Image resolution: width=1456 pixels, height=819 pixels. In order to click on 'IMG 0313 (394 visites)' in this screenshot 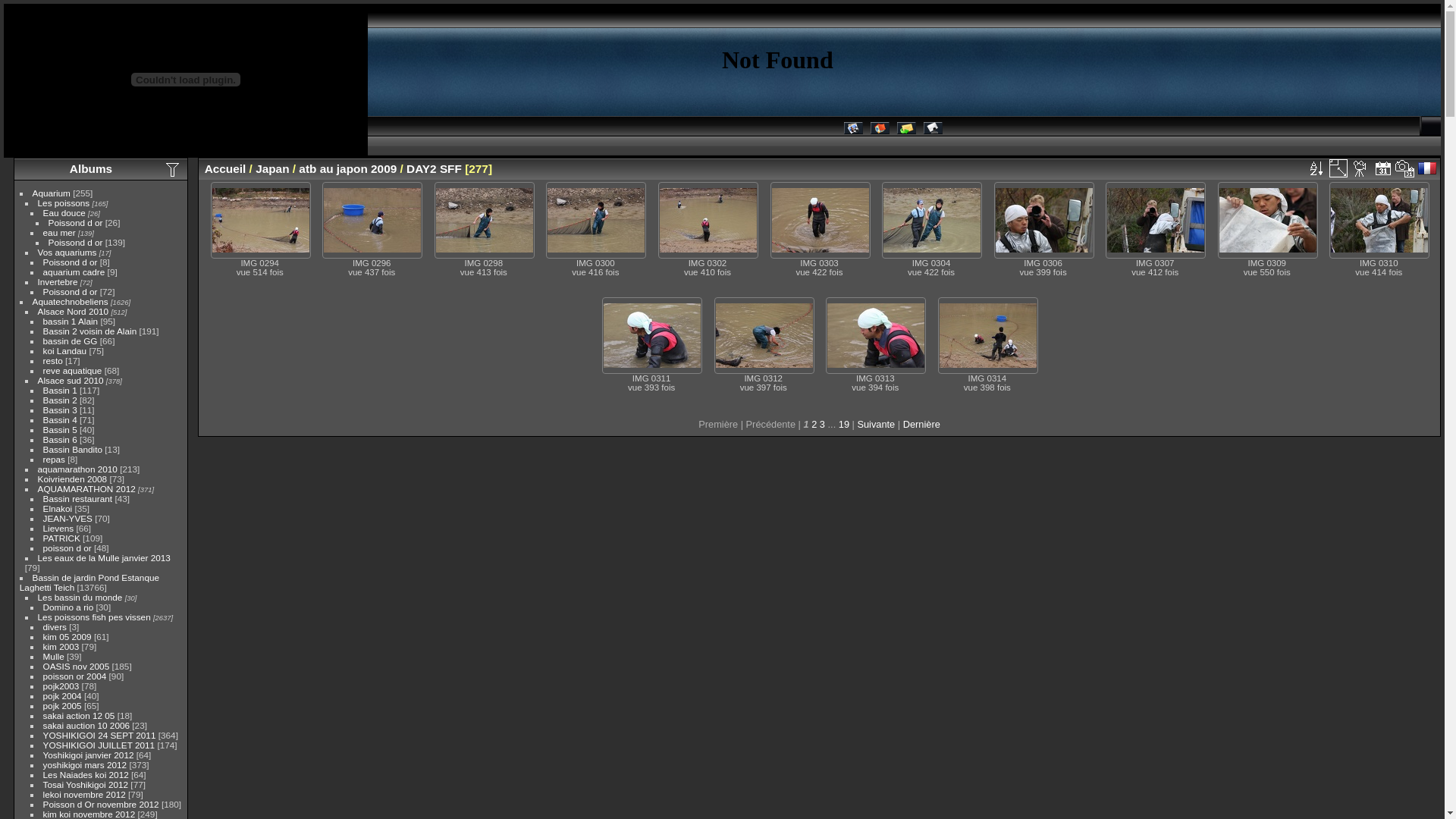, I will do `click(876, 334)`.